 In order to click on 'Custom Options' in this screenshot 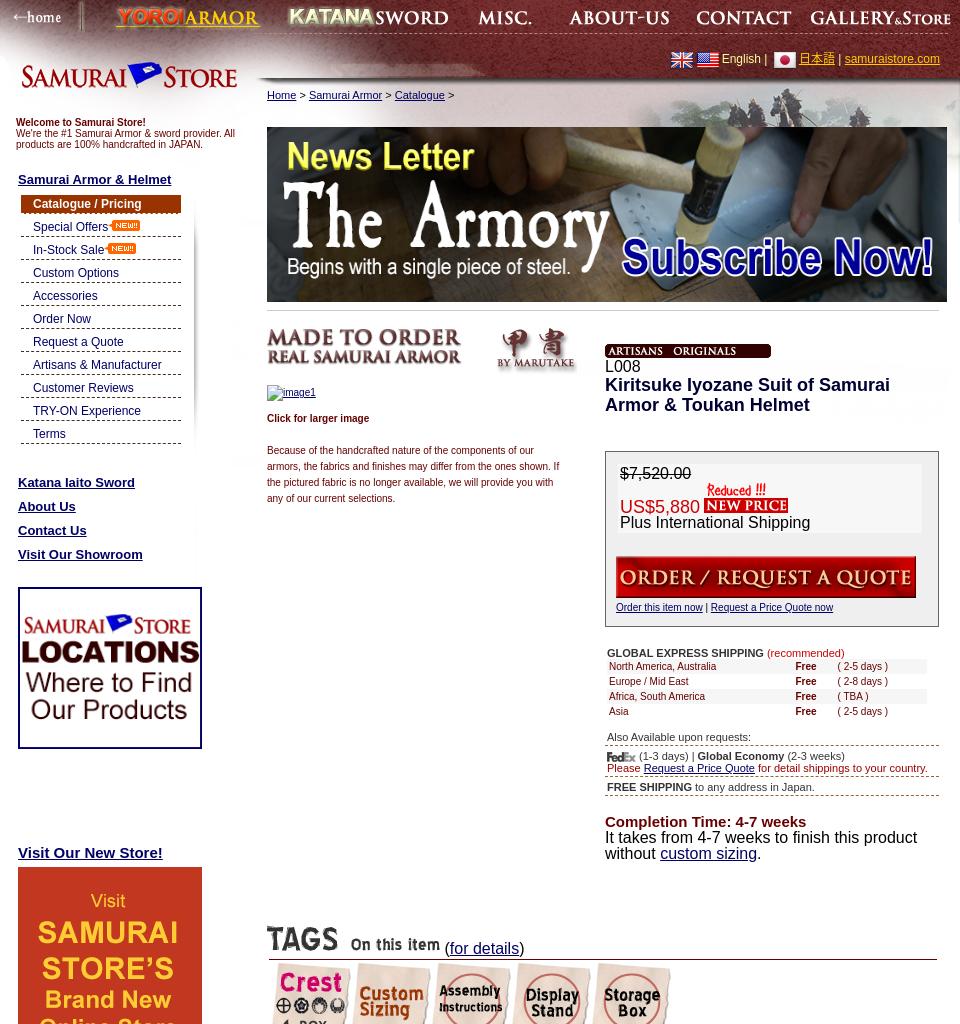, I will do `click(76, 272)`.